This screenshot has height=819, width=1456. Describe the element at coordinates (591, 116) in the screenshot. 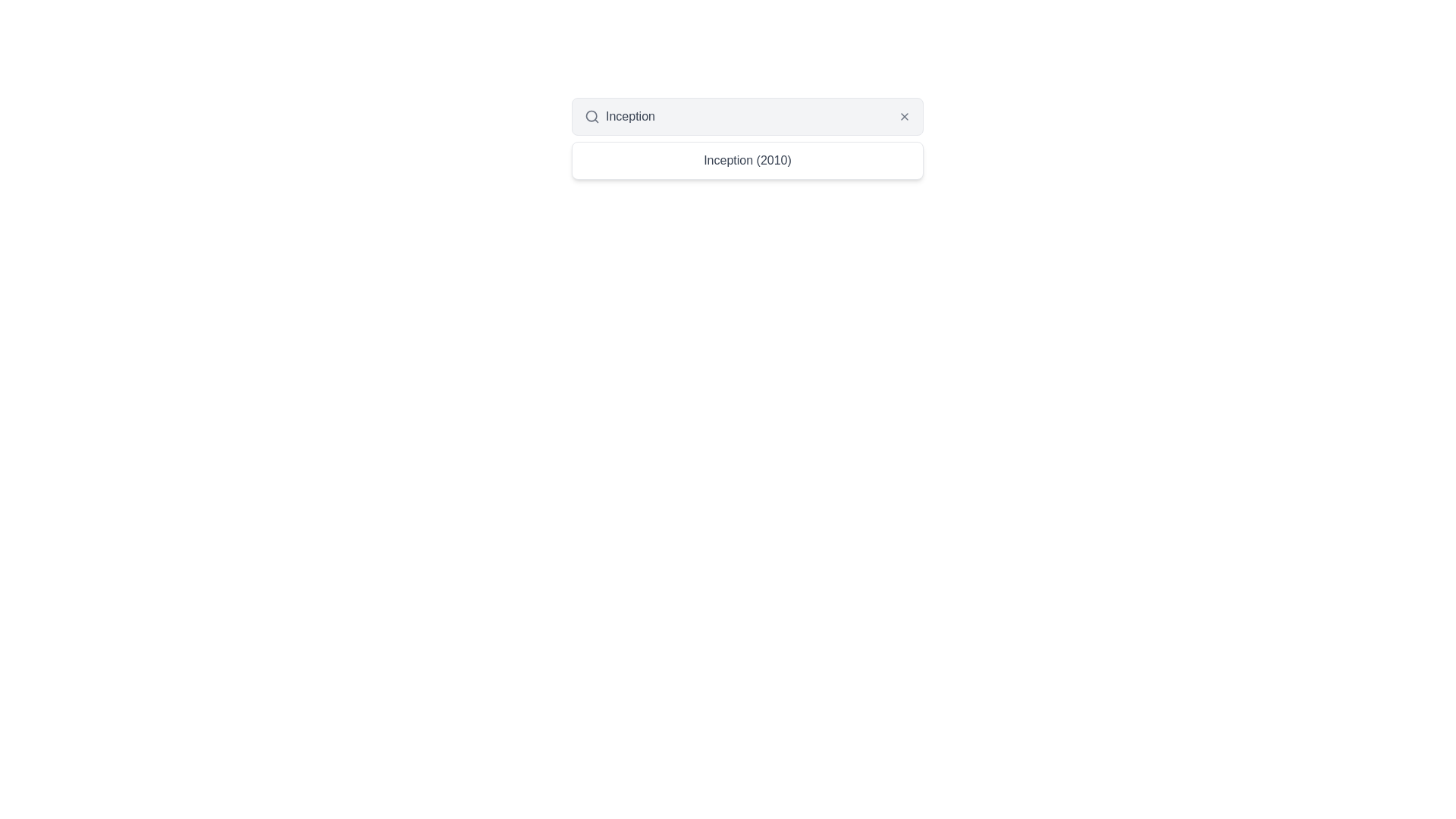

I see `the magnifying glass icon representing search functionality located at the far left side of the search bar component, preceding the text input field labeled 'Inception'` at that location.